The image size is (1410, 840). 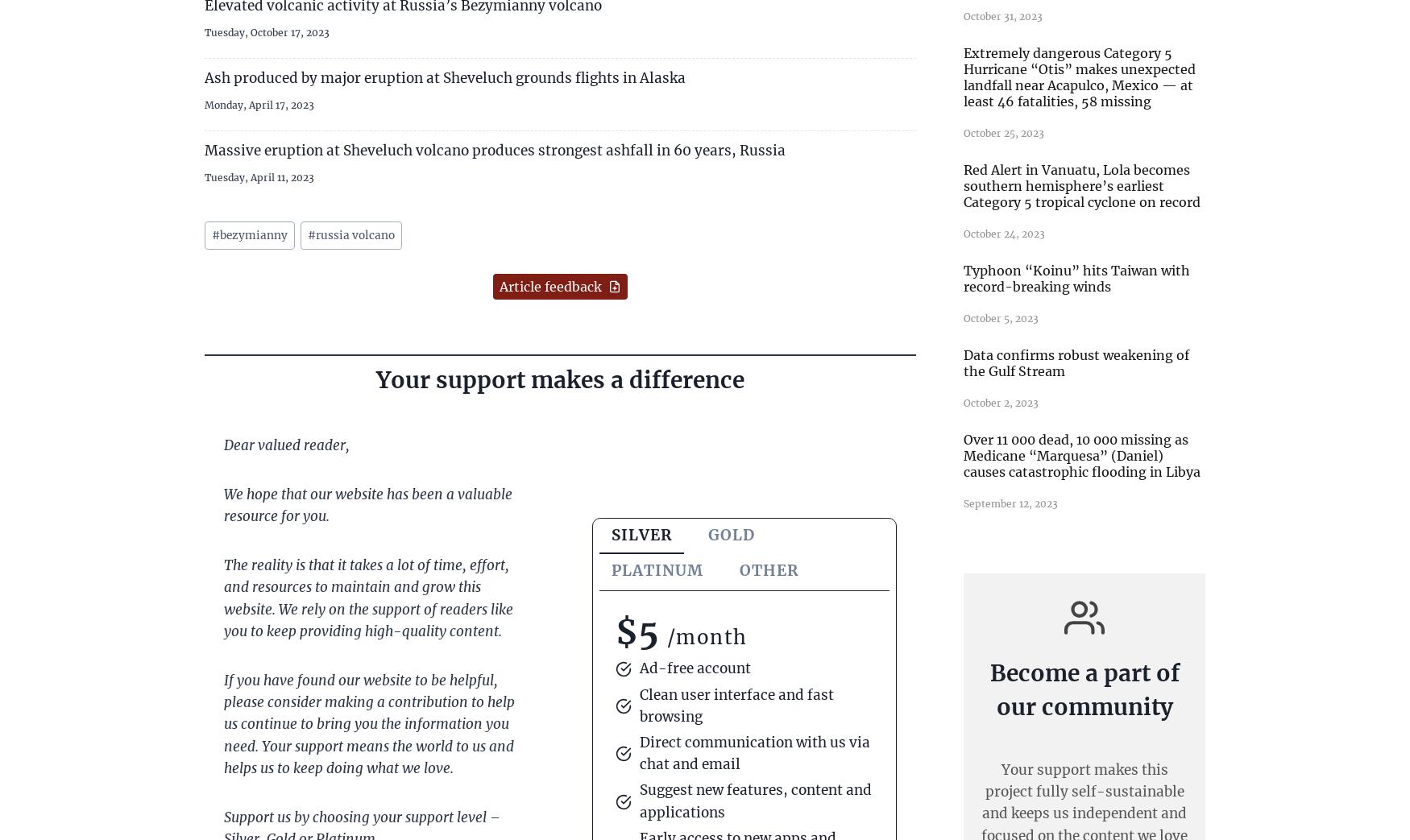 I want to click on 'October 31, 2023', so click(x=1002, y=14).